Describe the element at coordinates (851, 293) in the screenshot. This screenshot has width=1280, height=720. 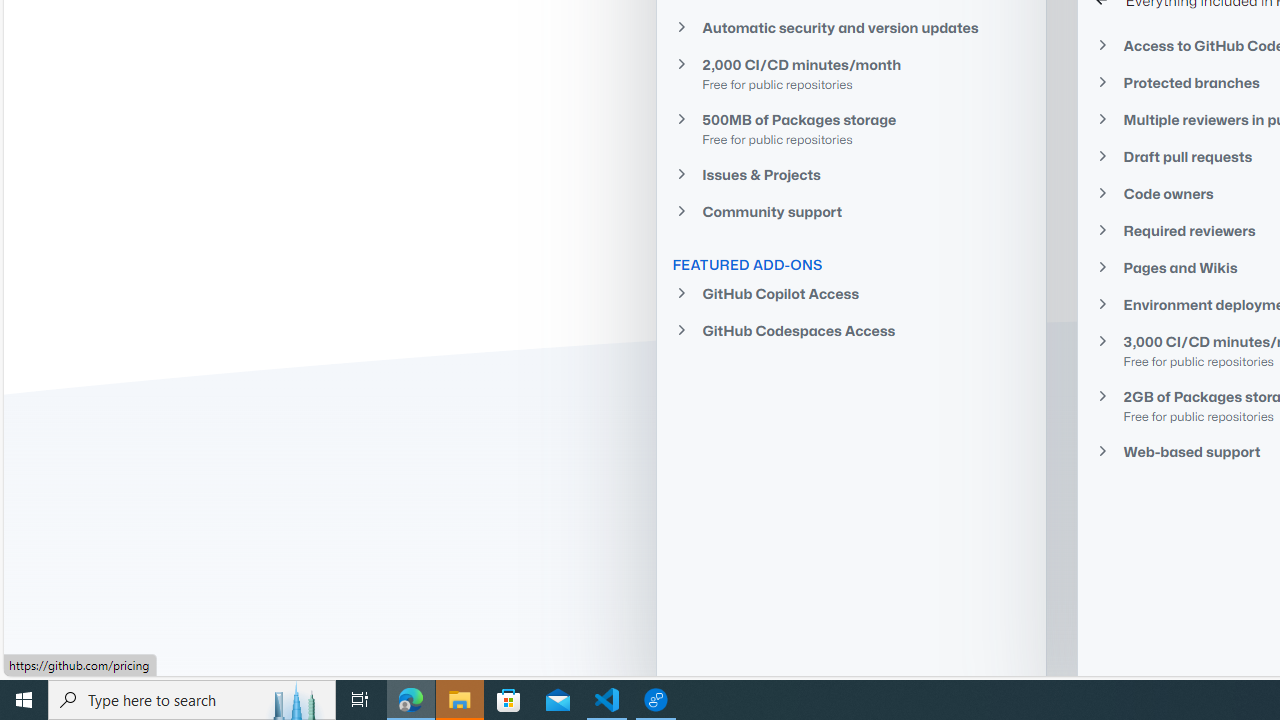
I see `'GitHub Copilot Access'` at that location.